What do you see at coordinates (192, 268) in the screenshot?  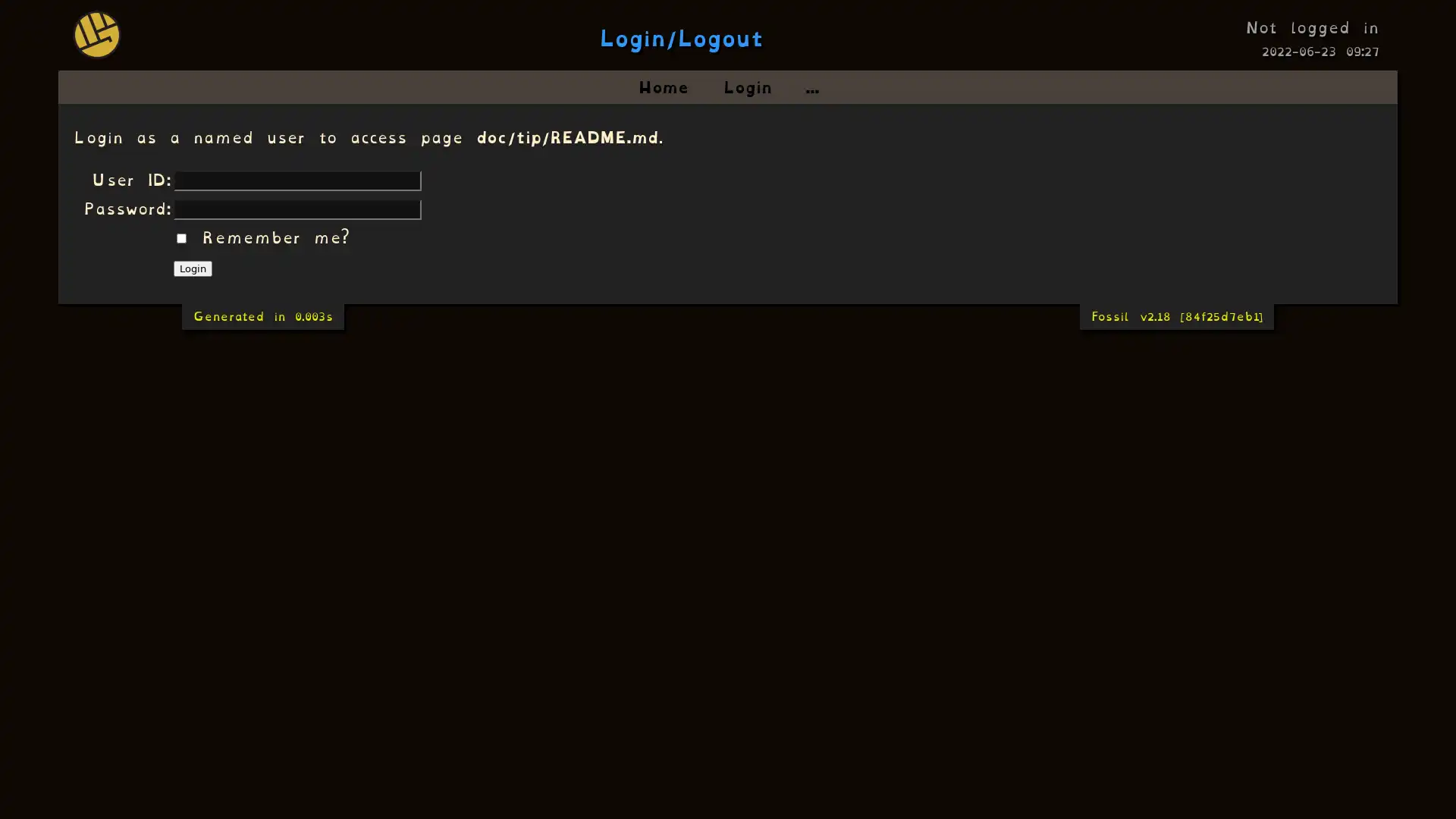 I see `Login` at bounding box center [192, 268].